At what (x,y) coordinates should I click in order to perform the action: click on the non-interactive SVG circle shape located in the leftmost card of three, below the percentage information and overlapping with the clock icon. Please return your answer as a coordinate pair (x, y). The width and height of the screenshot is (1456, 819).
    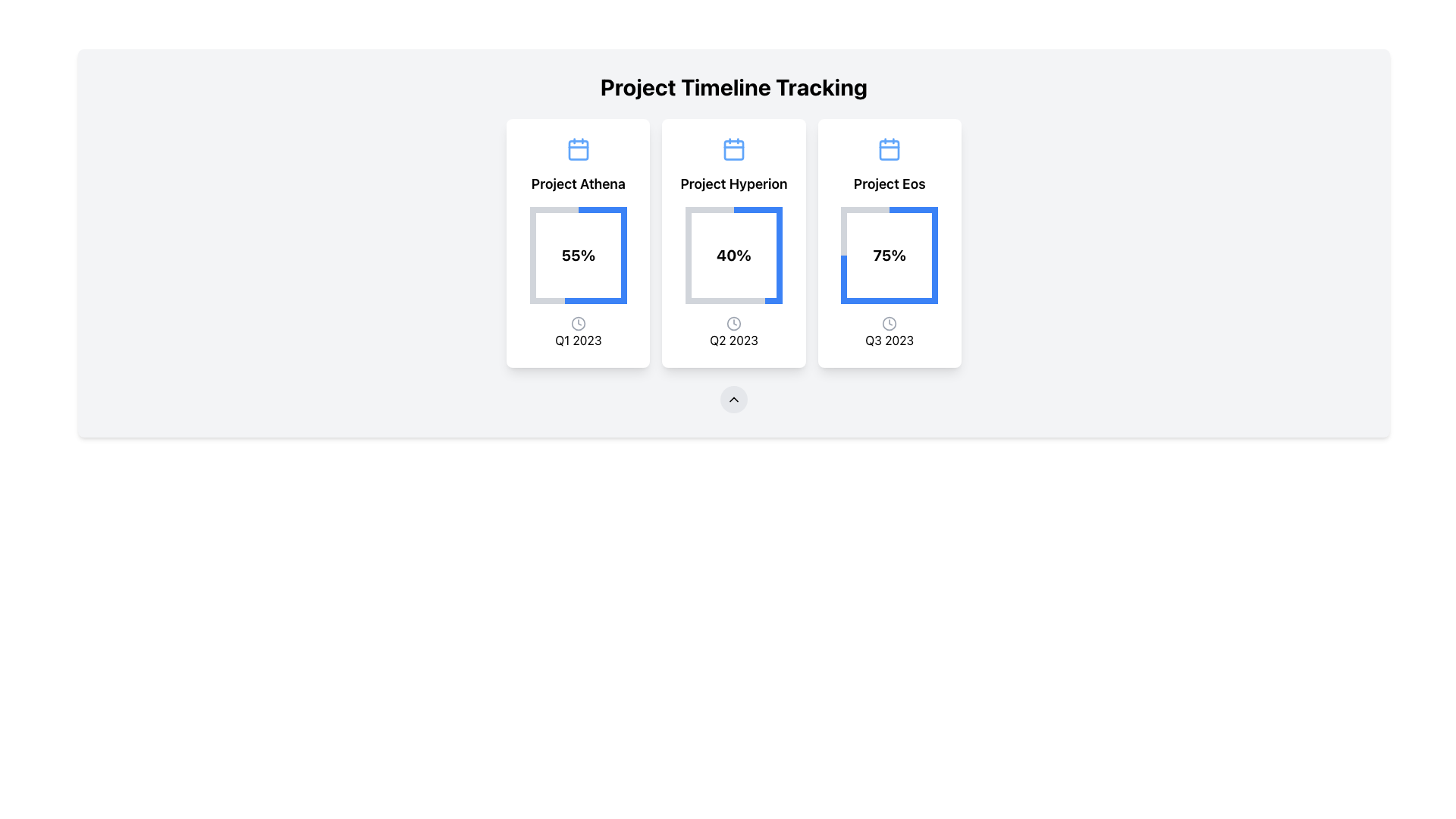
    Looking at the image, I should click on (577, 323).